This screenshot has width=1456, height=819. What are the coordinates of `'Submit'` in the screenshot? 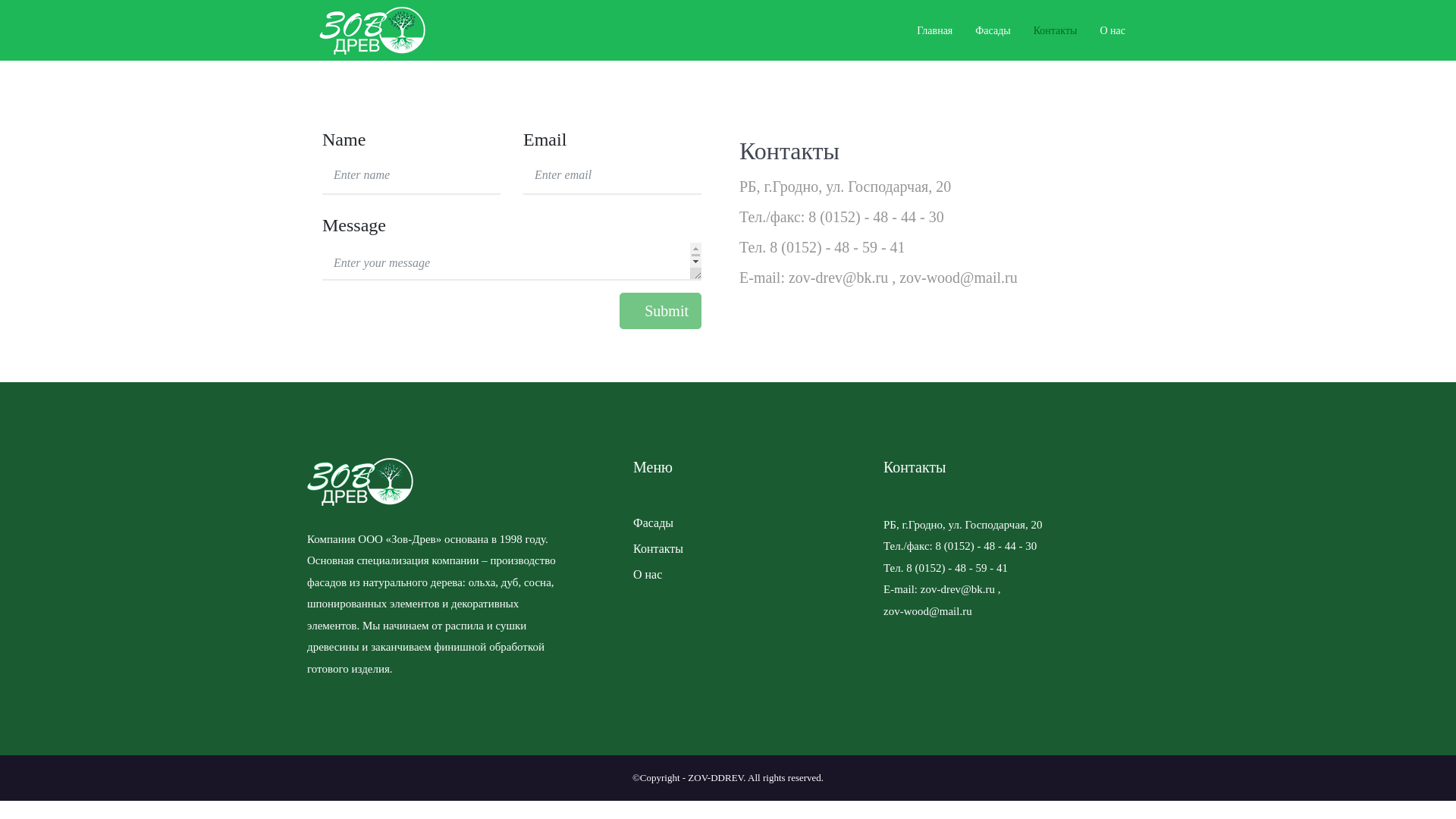 It's located at (619, 309).